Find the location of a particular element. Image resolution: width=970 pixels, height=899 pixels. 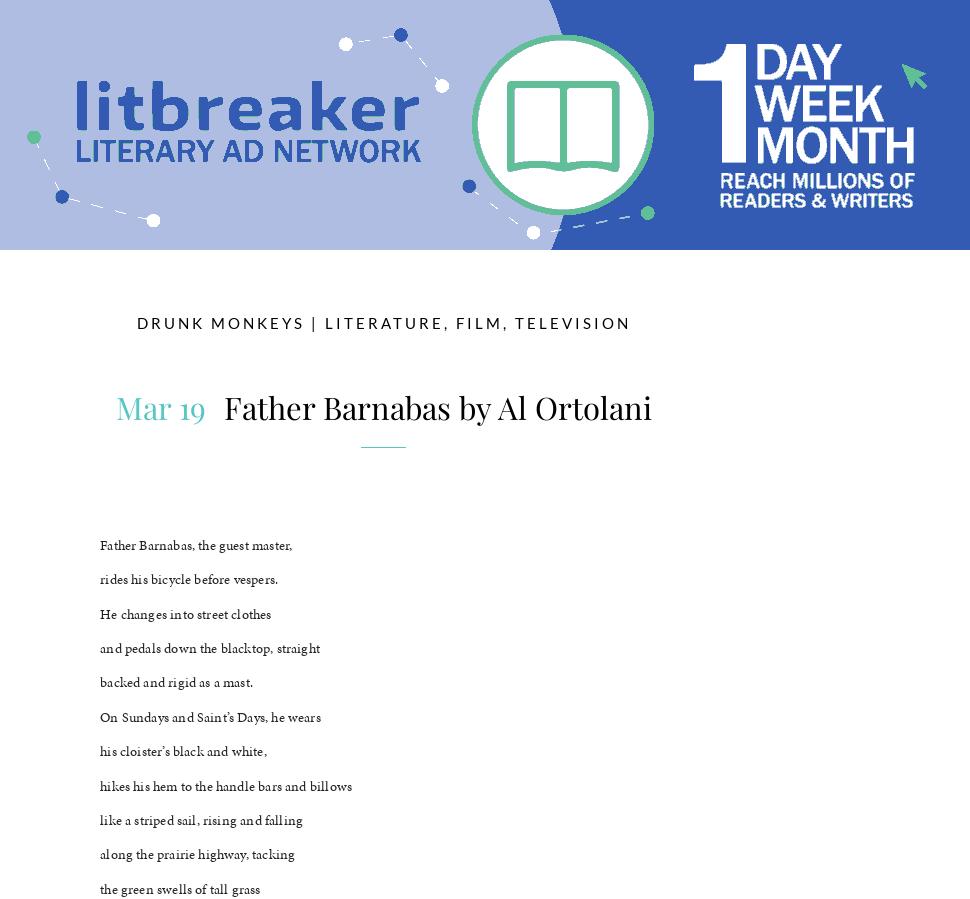

'He changes into street clothes' is located at coordinates (184, 612).